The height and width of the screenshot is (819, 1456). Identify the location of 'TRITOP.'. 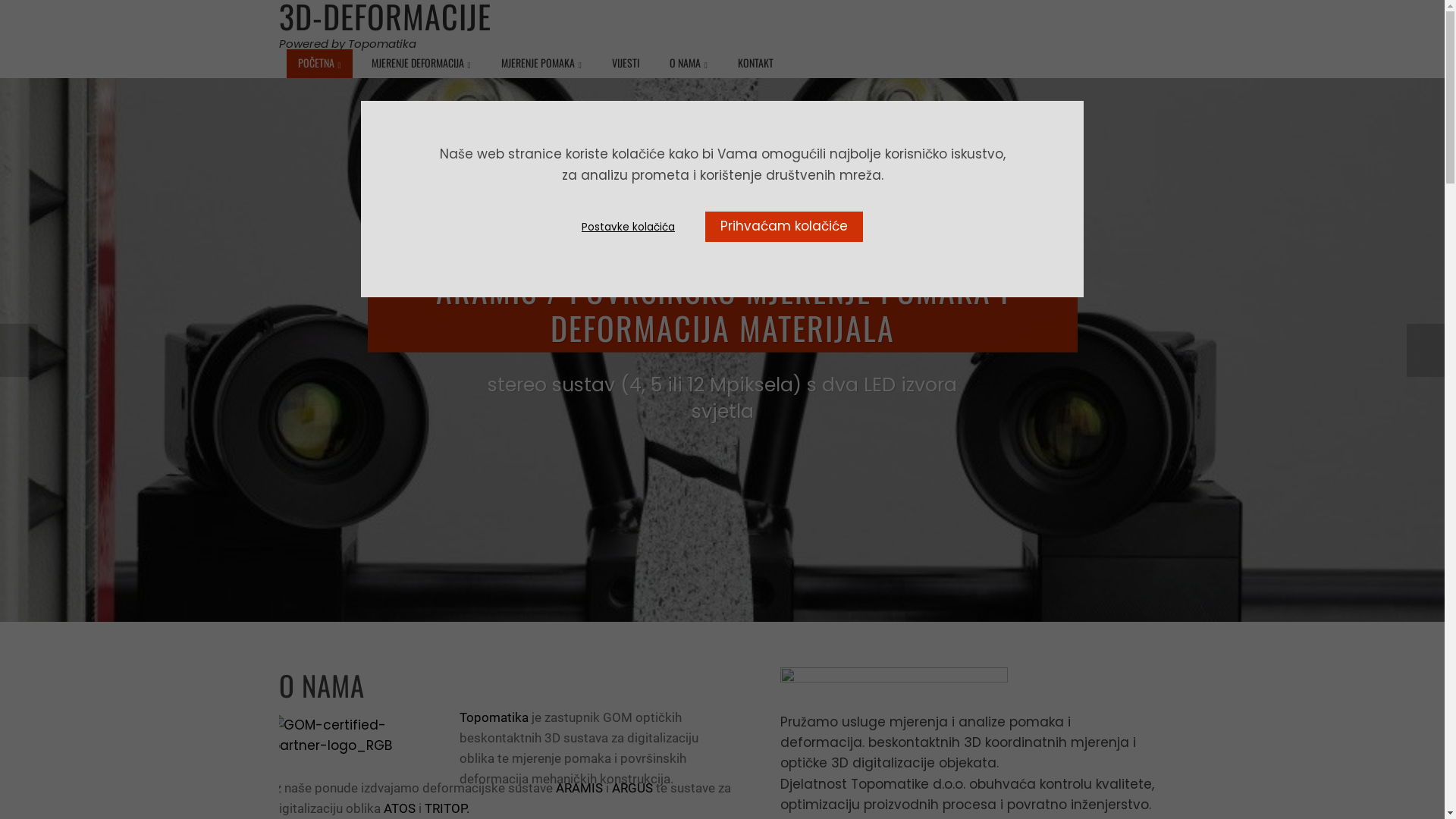
(444, 807).